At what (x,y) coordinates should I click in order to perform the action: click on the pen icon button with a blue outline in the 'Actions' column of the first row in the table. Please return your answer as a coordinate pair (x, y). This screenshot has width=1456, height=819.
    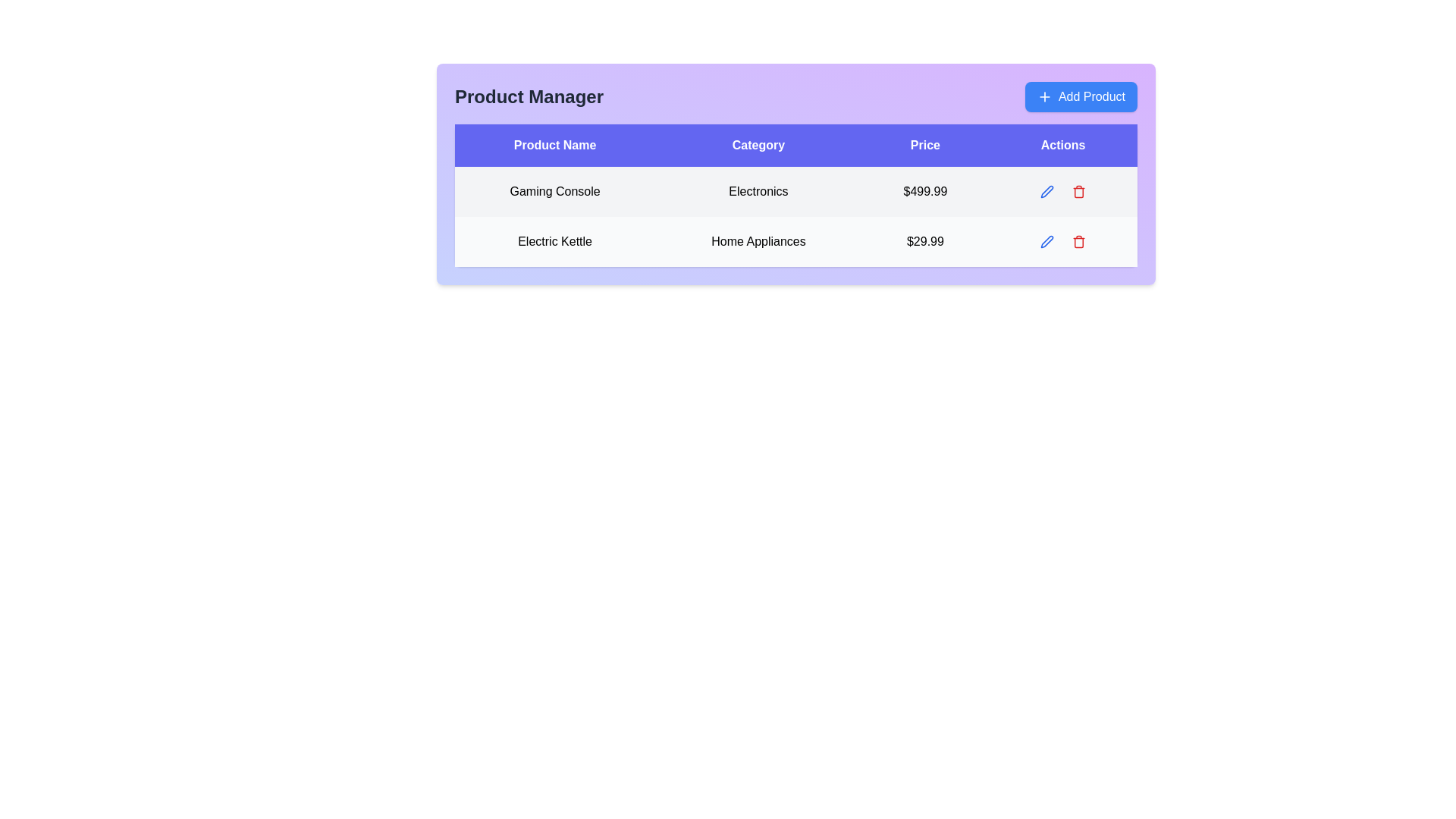
    Looking at the image, I should click on (1046, 241).